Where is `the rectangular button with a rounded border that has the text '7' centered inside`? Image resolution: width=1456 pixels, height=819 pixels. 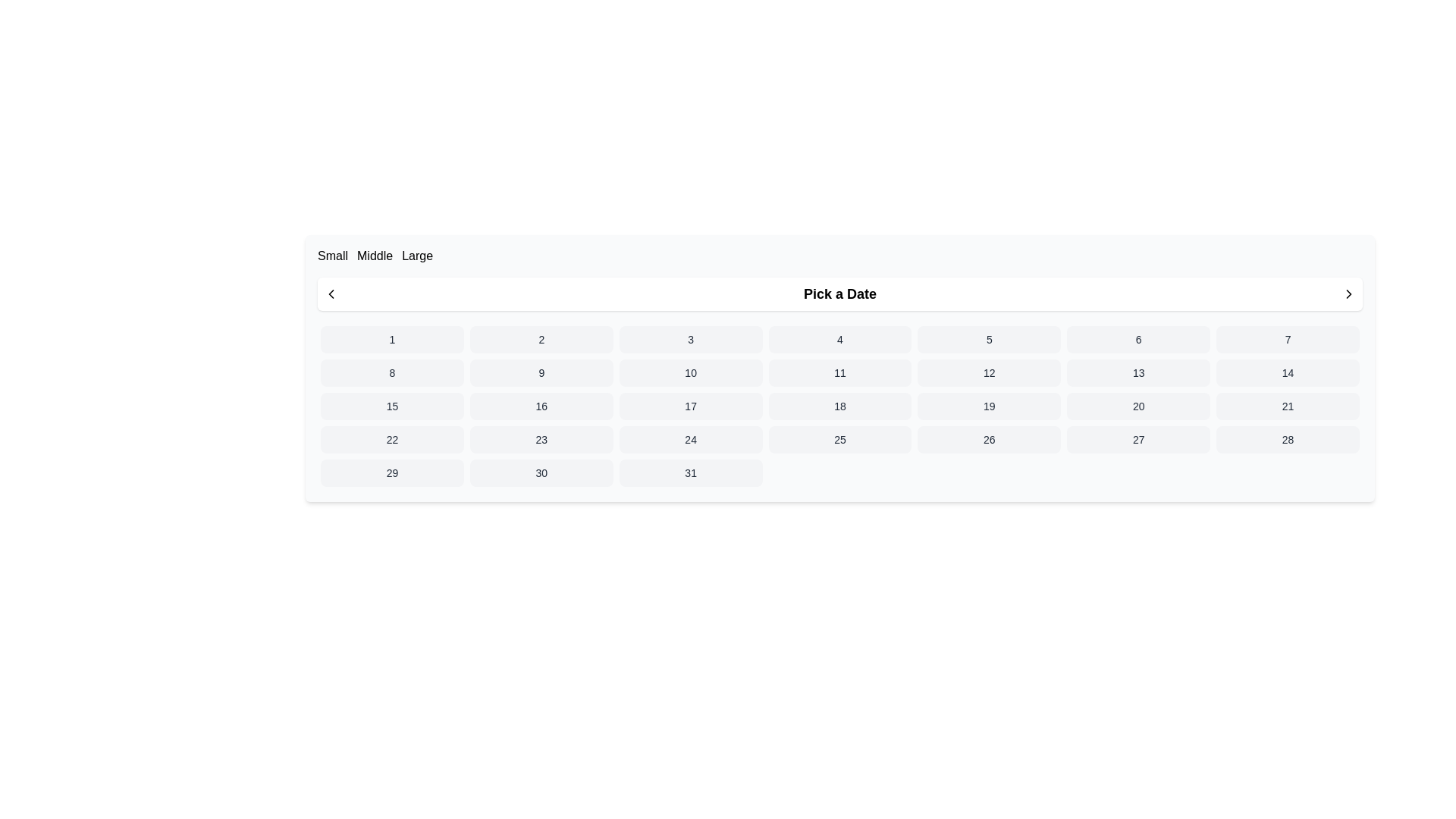
the rectangular button with a rounded border that has the text '7' centered inside is located at coordinates (1287, 338).